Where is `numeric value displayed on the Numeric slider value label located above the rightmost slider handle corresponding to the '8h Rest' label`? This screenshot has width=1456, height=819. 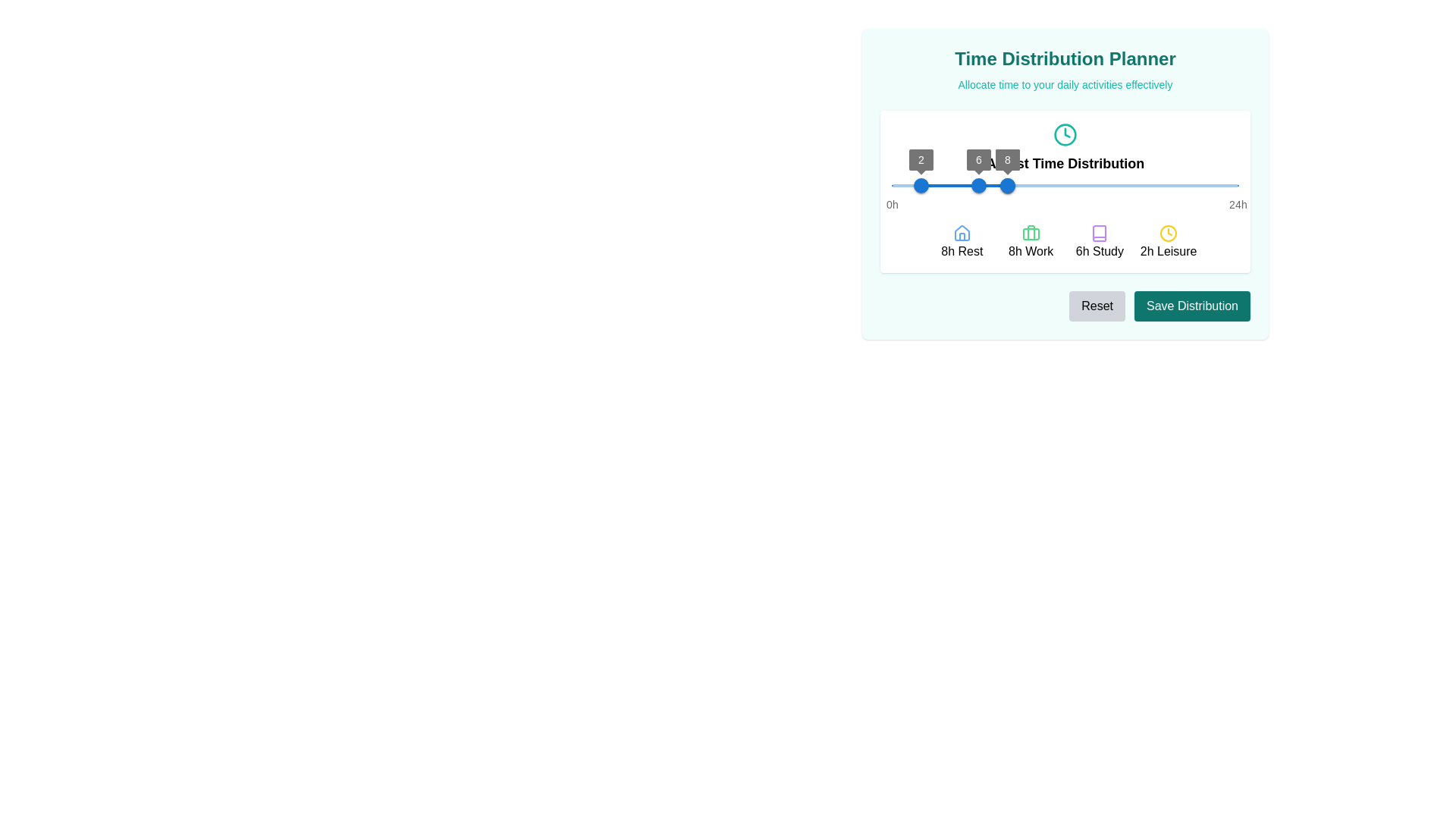
numeric value displayed on the Numeric slider value label located above the rightmost slider handle corresponding to the '8h Rest' label is located at coordinates (1008, 160).